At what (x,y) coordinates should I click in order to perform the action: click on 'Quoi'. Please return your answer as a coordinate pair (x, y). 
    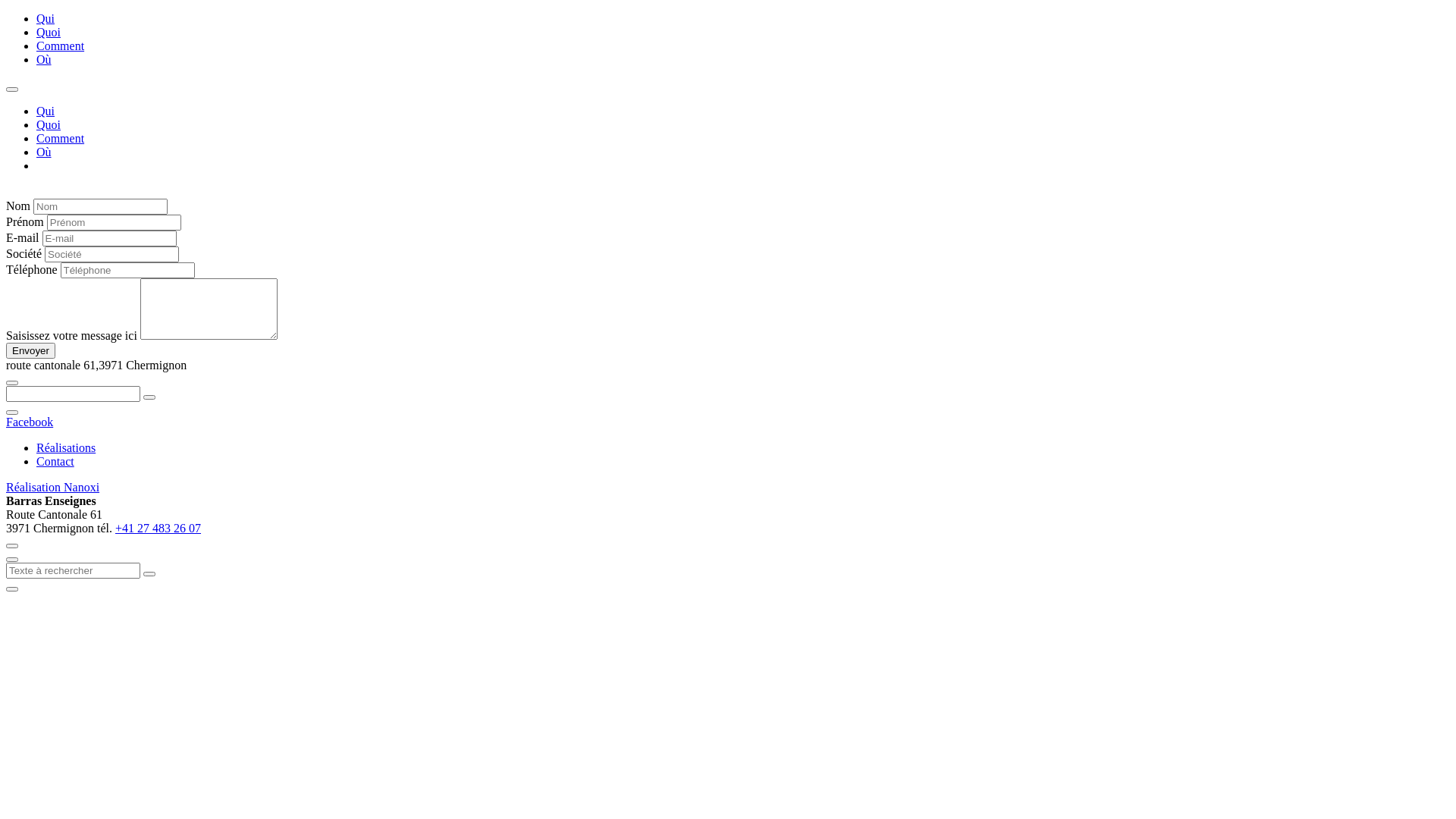
    Looking at the image, I should click on (48, 124).